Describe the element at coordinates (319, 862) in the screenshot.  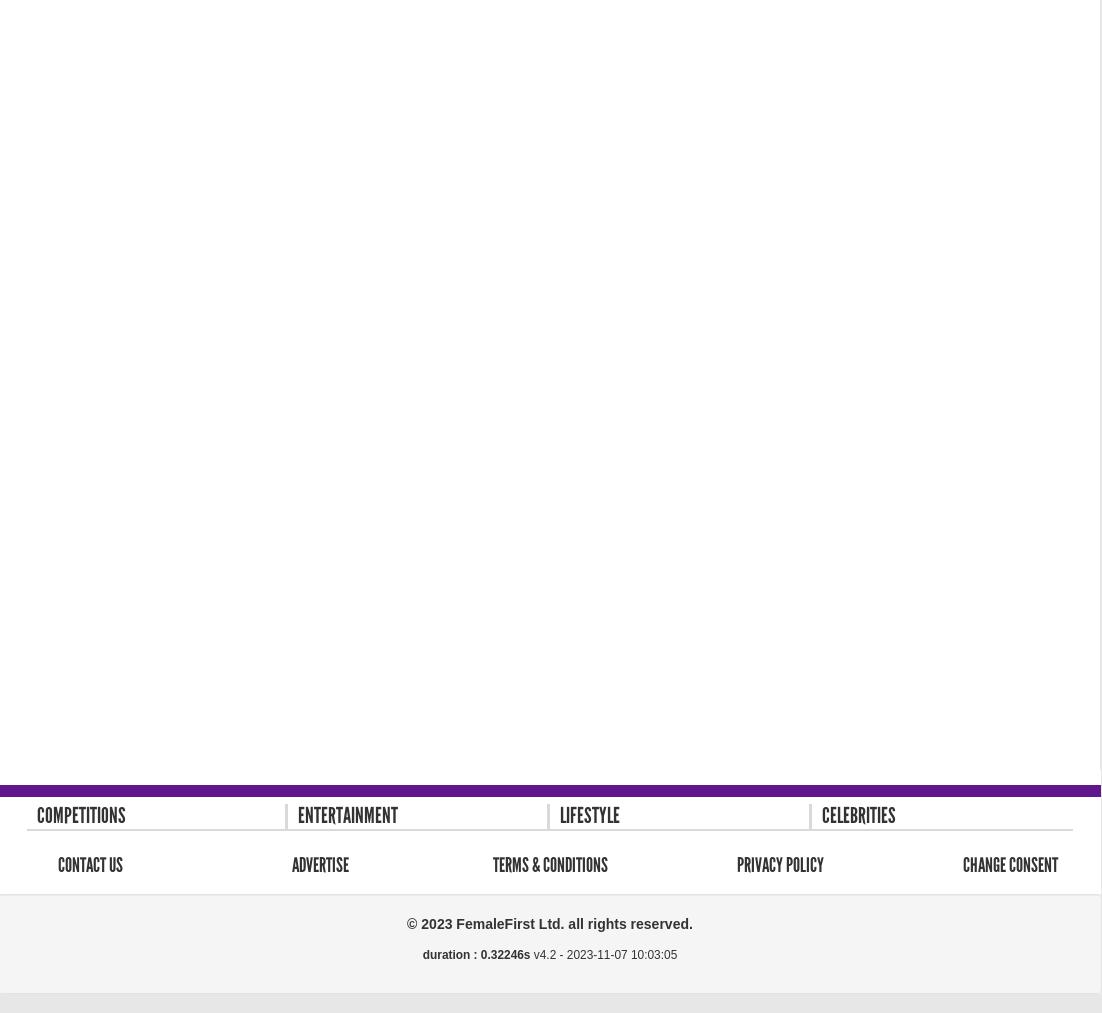
I see `'Advertise'` at that location.